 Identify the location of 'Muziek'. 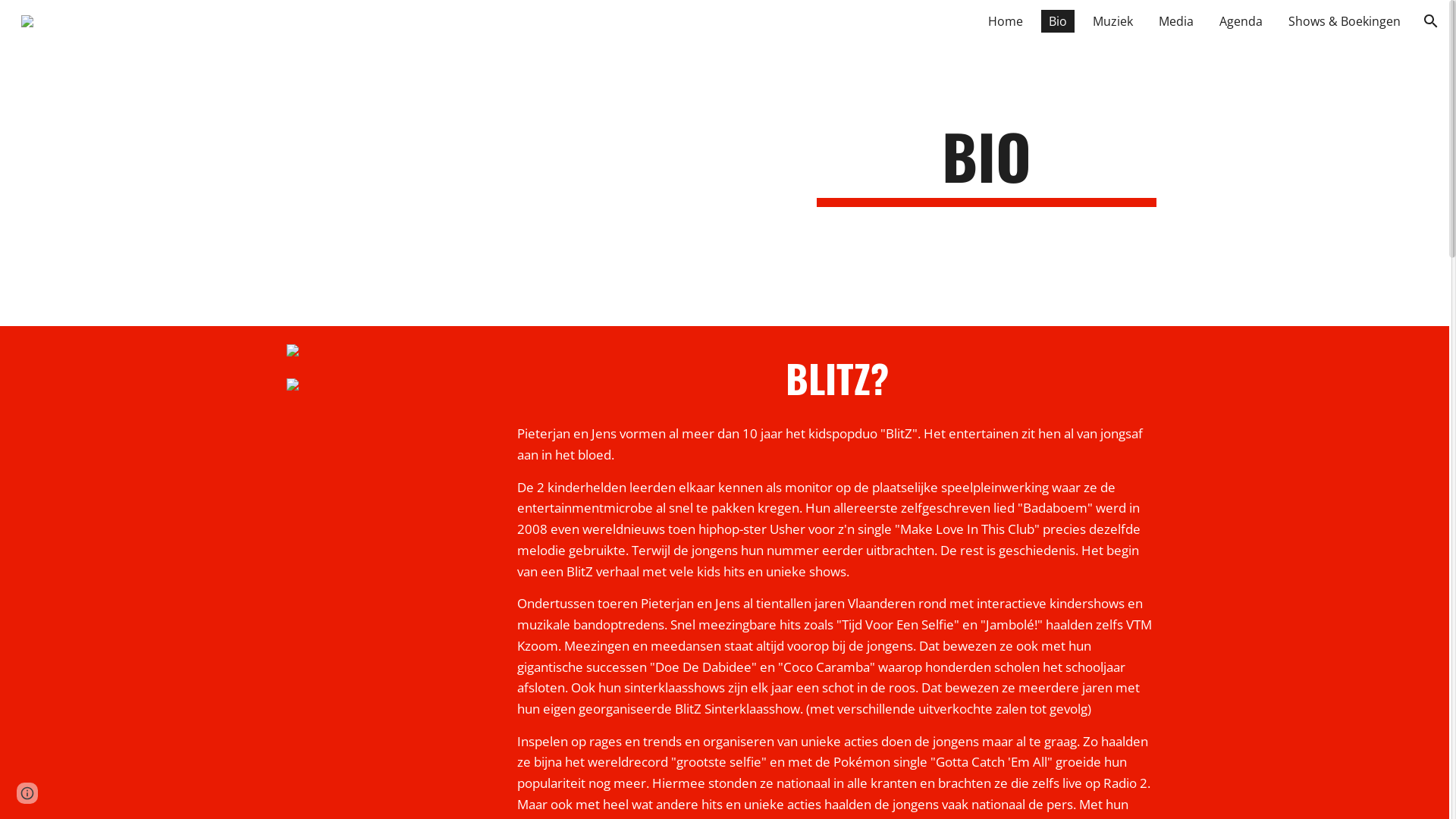
(1084, 20).